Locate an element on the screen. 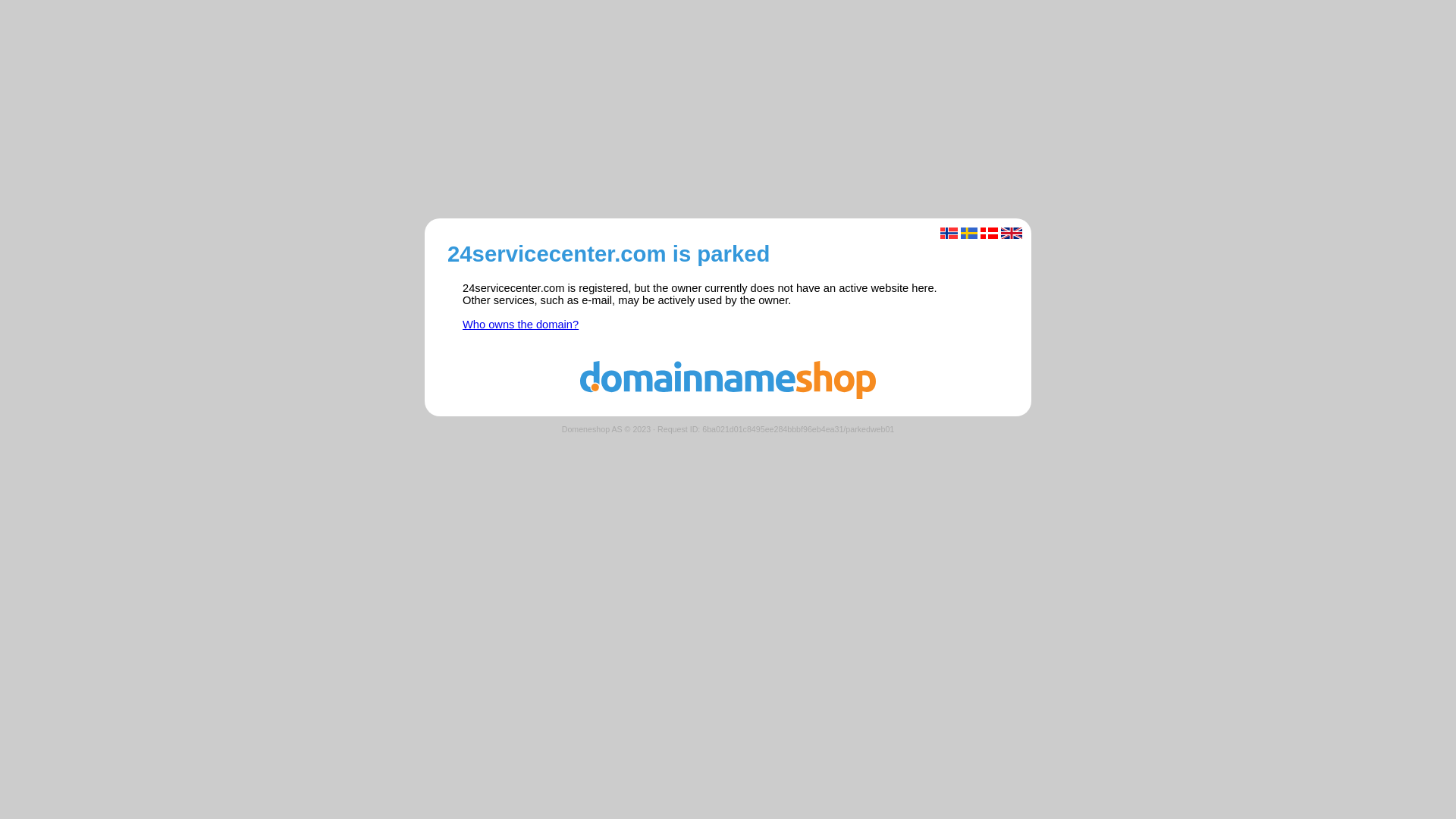 Image resolution: width=1456 pixels, height=819 pixels. 'Who owns the domain?' is located at coordinates (461, 324).